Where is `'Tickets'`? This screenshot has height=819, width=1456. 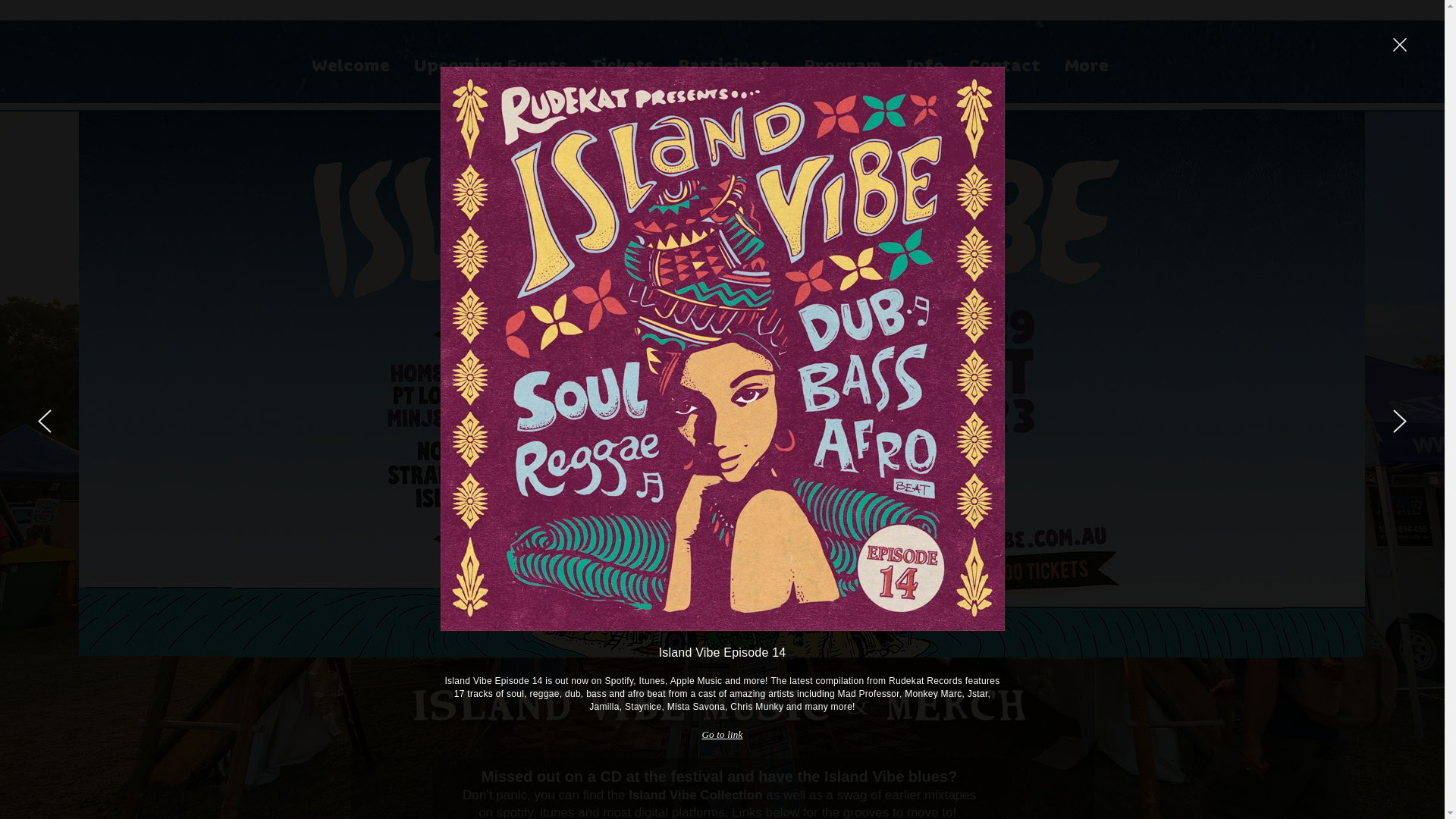
'Tickets' is located at coordinates (622, 64).